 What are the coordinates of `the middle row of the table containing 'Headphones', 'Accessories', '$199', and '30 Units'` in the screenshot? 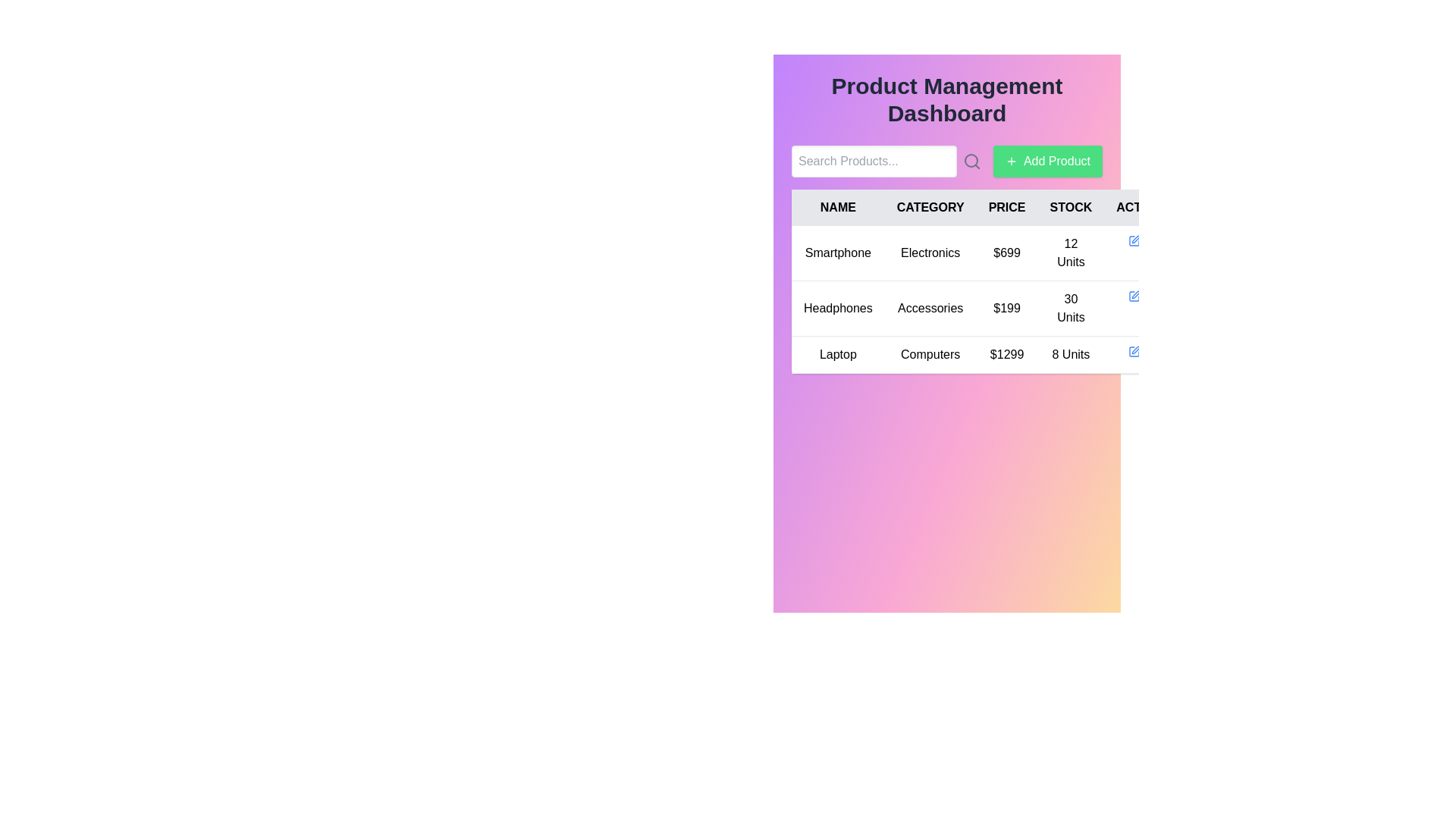 It's located at (987, 308).